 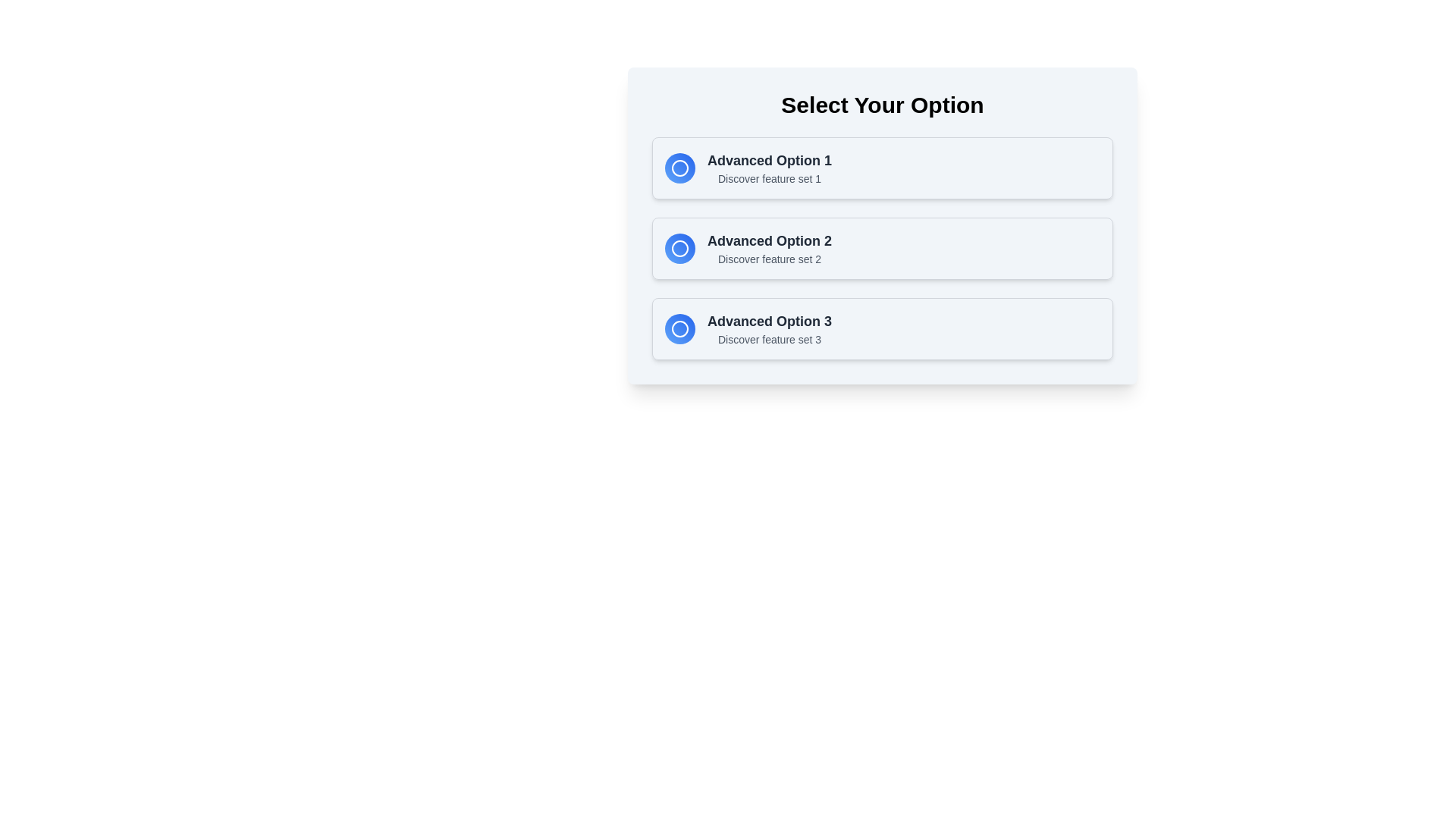 What do you see at coordinates (679, 247) in the screenshot?
I see `the inactive circular icon (radio button) located to the left of 'Advanced Option 2' in a vertical list of options` at bounding box center [679, 247].